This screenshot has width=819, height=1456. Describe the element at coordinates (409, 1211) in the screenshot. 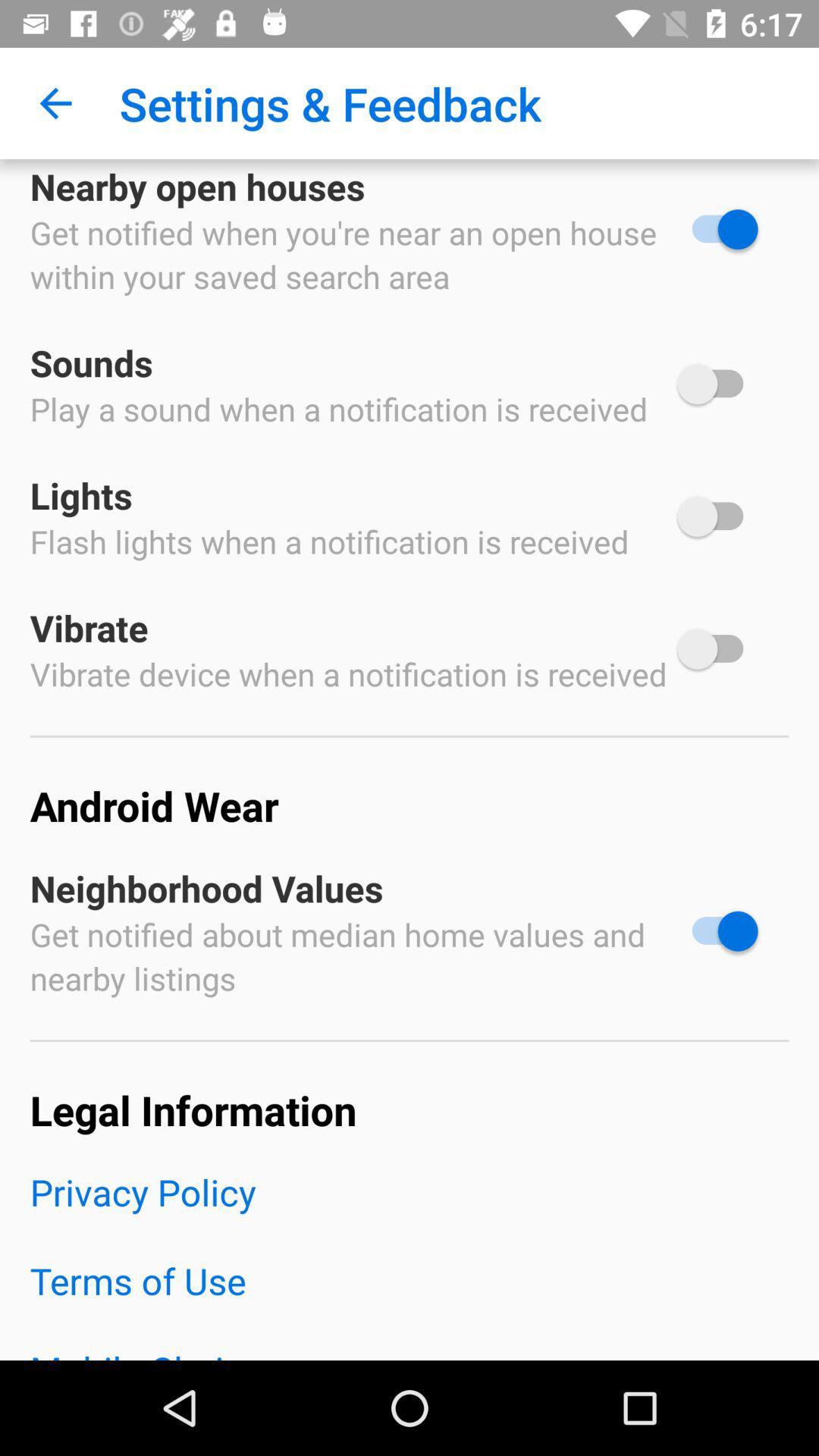

I see `the item above the terms of use icon` at that location.